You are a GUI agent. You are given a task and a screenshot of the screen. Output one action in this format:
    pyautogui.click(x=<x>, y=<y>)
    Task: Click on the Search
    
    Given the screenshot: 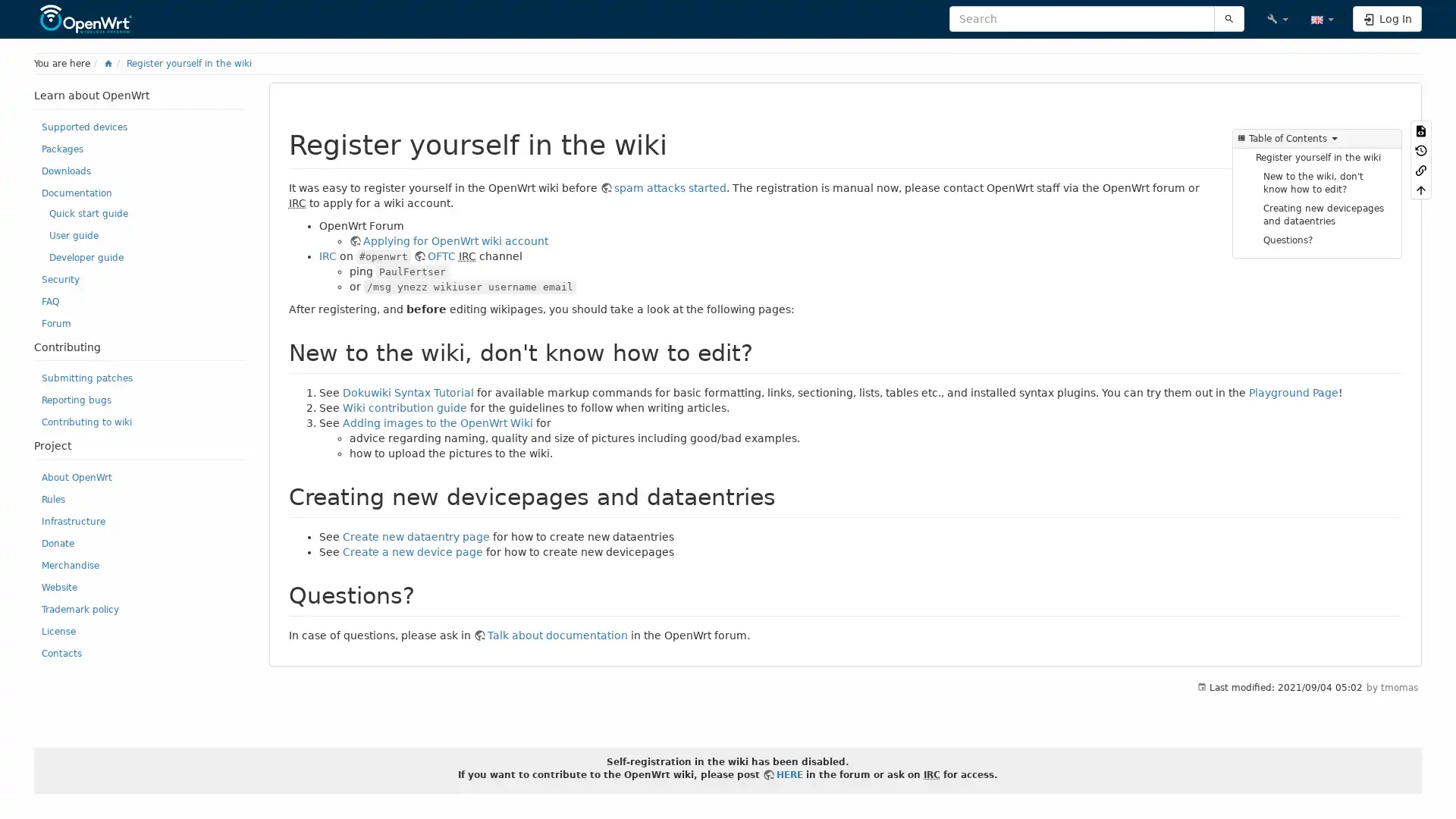 What is the action you would take?
    pyautogui.click(x=1228, y=18)
    